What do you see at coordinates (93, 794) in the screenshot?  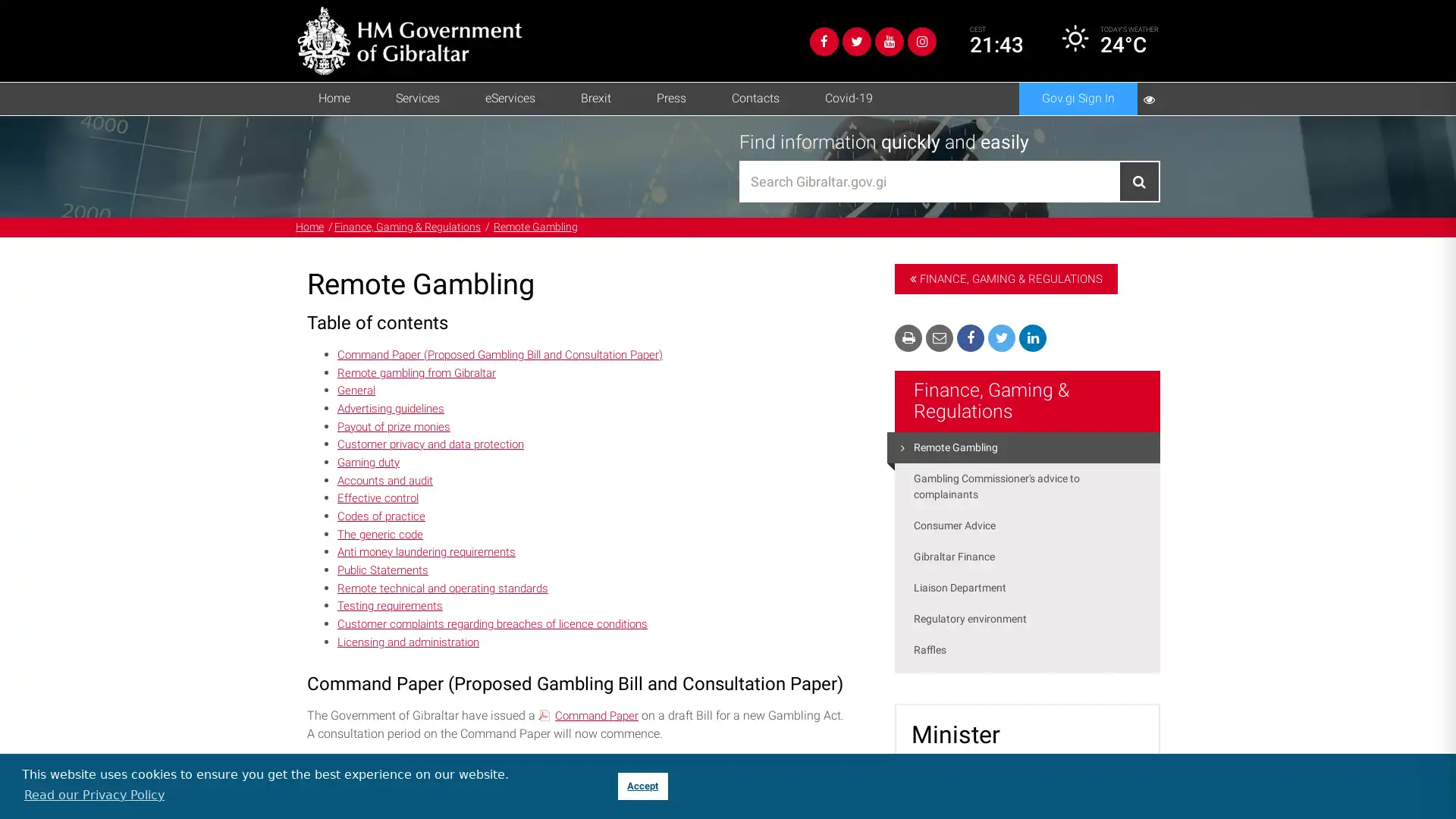 I see `learn more about cookies` at bounding box center [93, 794].